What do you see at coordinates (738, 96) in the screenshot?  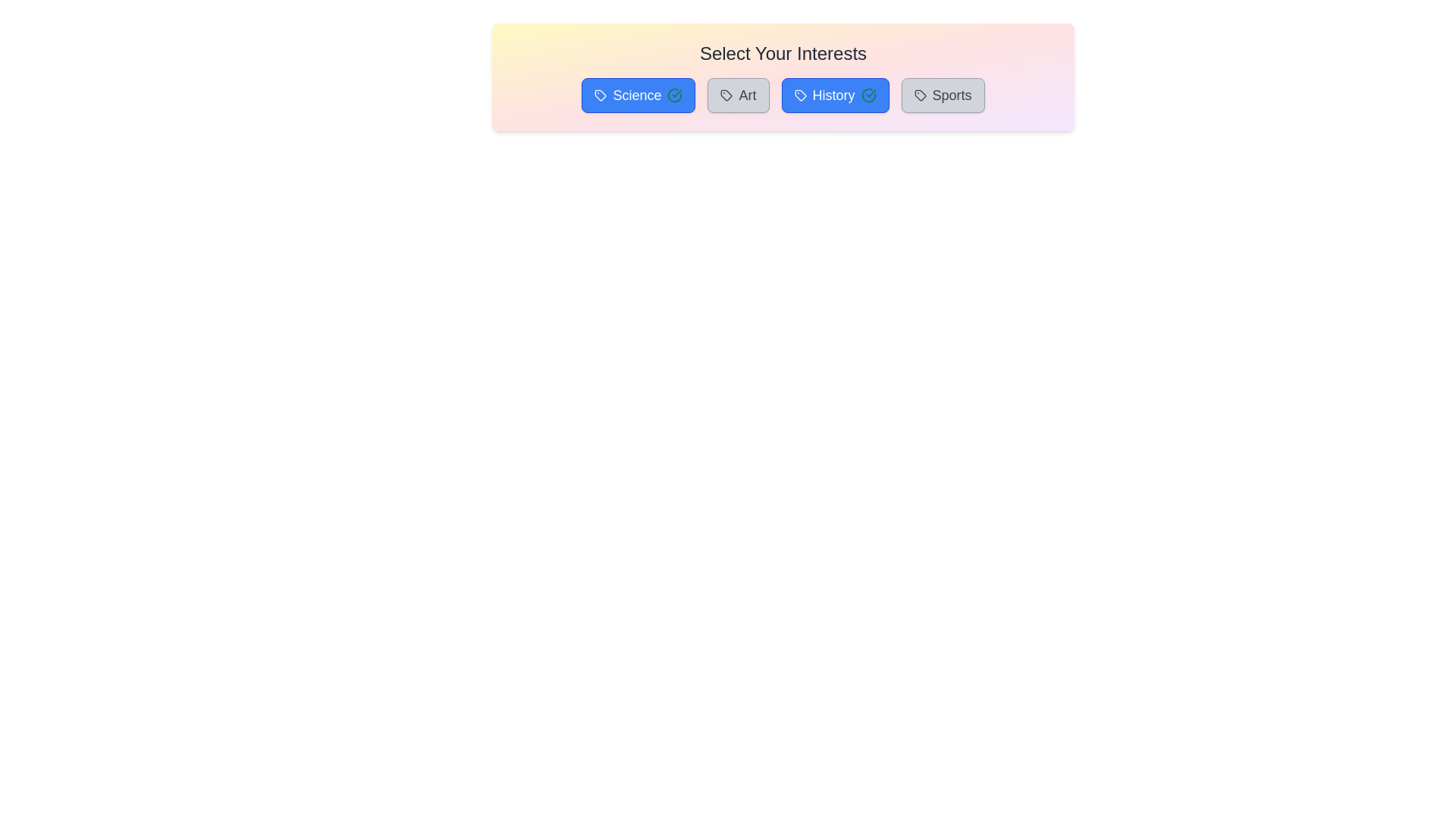 I see `the tag Art` at bounding box center [738, 96].